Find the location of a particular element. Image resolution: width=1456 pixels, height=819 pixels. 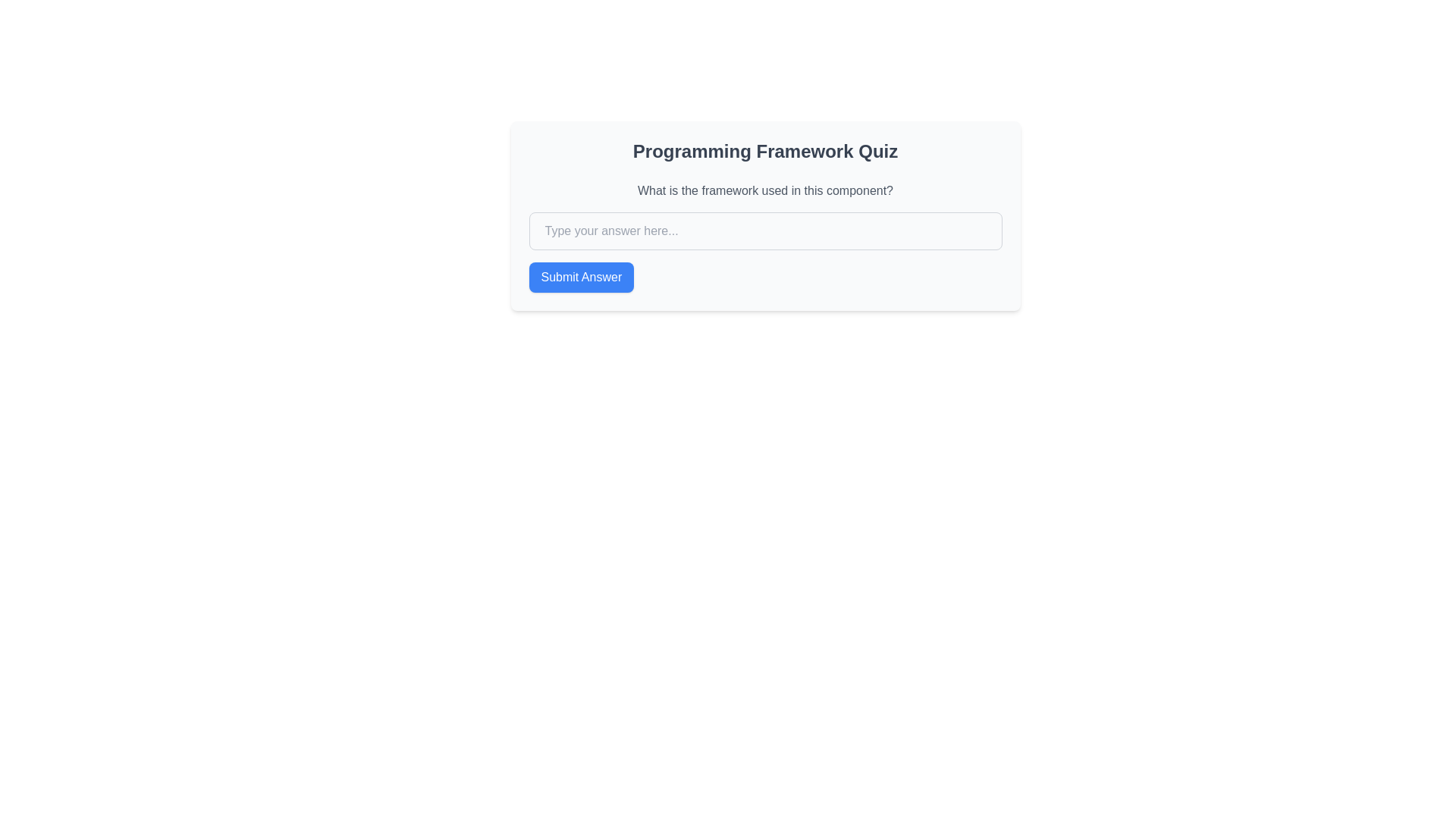

the rectangular blue button with the text 'Submit Answer' to observe its hover effects is located at coordinates (580, 278).